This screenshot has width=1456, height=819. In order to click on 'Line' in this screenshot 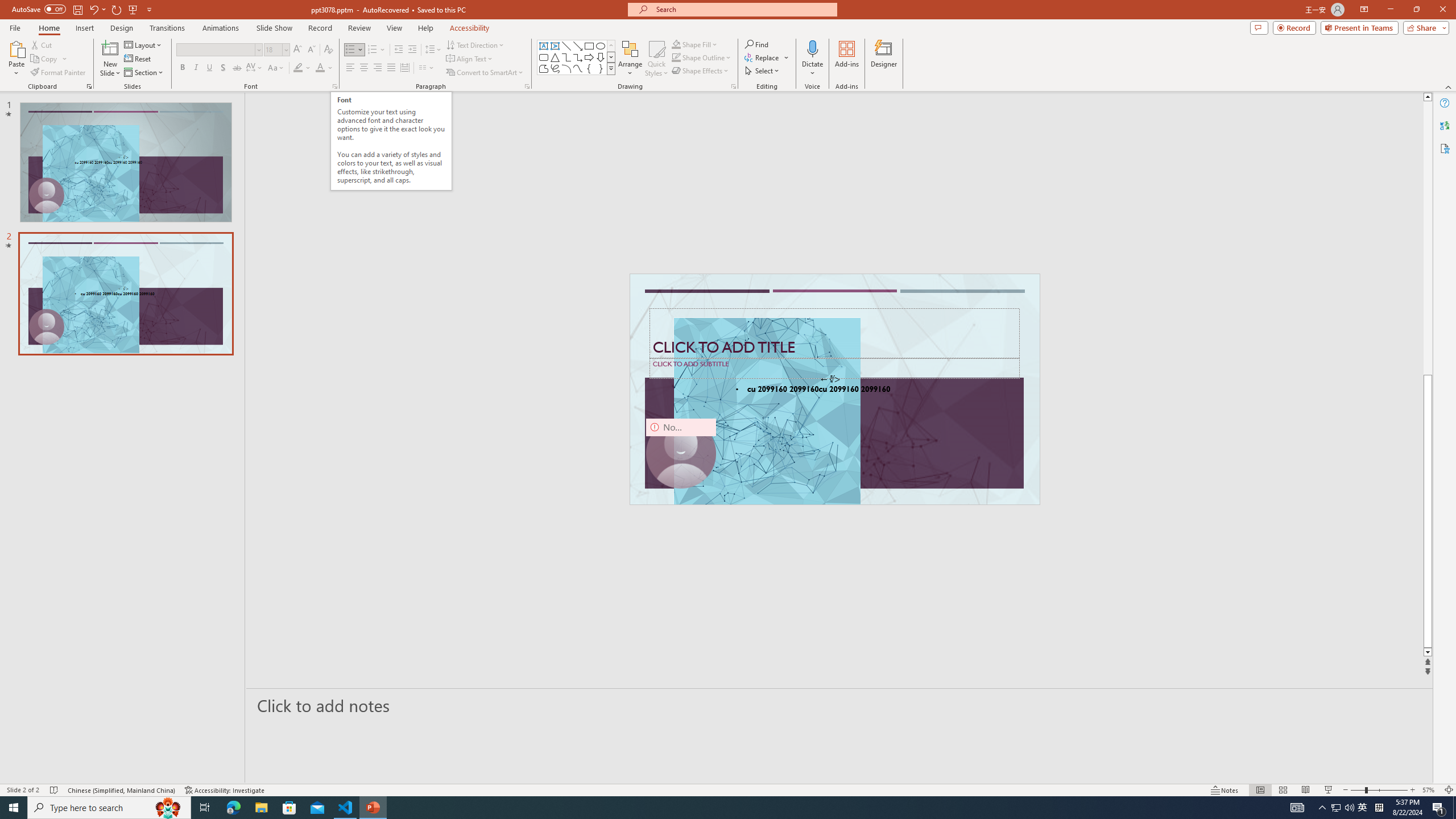, I will do `click(565, 45)`.